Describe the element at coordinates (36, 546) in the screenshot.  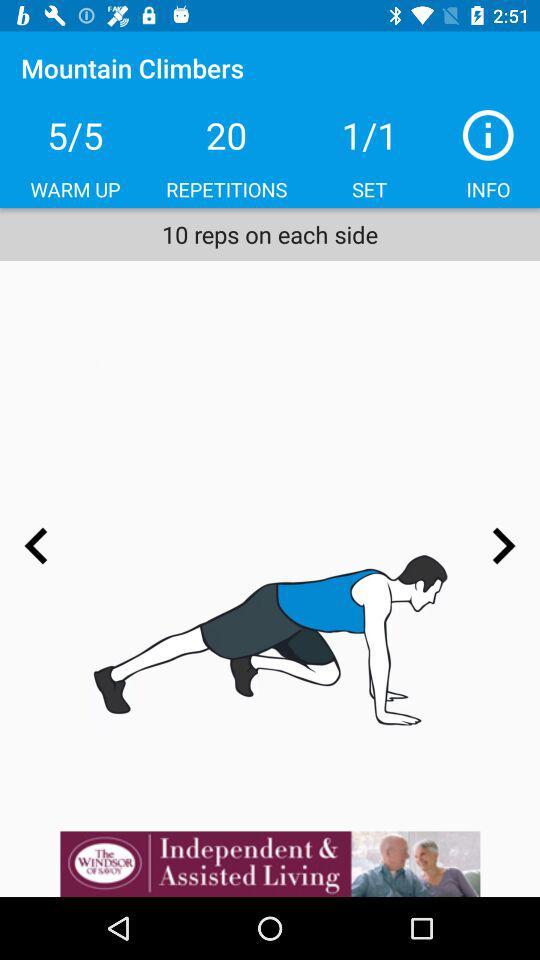
I see `the arrow_backward icon` at that location.